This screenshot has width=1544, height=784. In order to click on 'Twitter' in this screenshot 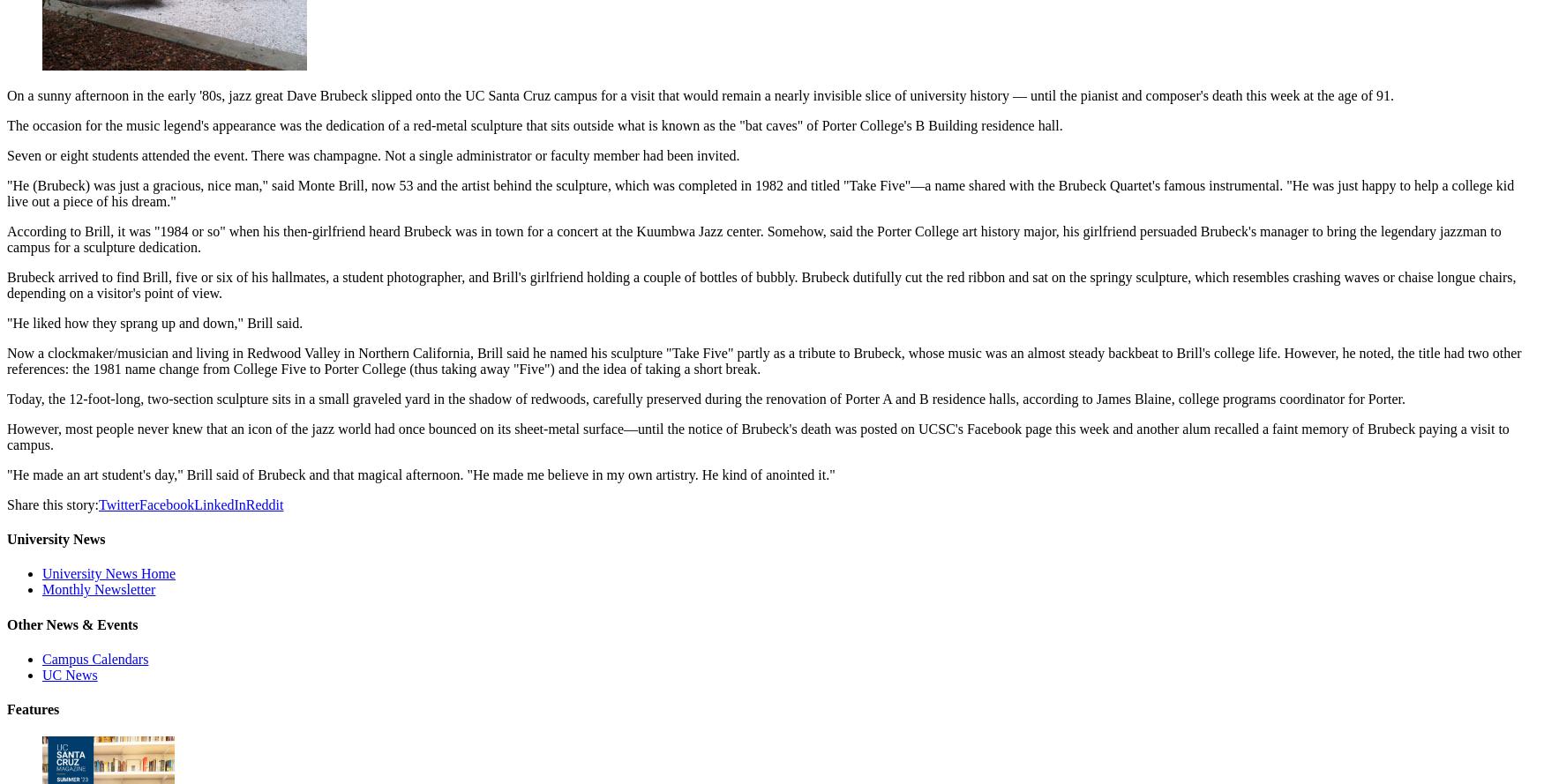, I will do `click(117, 504)`.